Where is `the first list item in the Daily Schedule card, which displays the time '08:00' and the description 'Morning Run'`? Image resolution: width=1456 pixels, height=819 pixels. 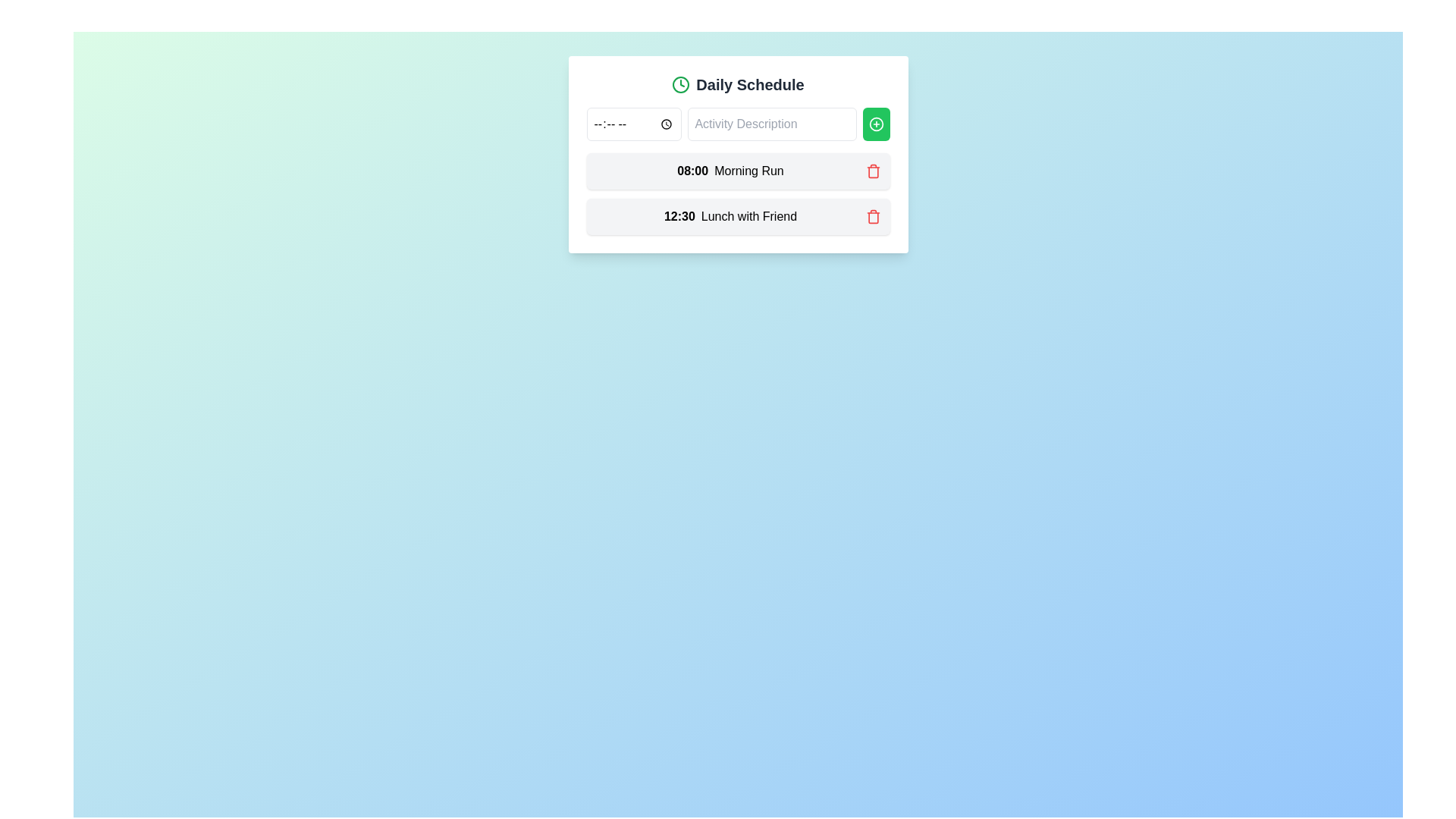 the first list item in the Daily Schedule card, which displays the time '08:00' and the description 'Morning Run' is located at coordinates (738, 171).